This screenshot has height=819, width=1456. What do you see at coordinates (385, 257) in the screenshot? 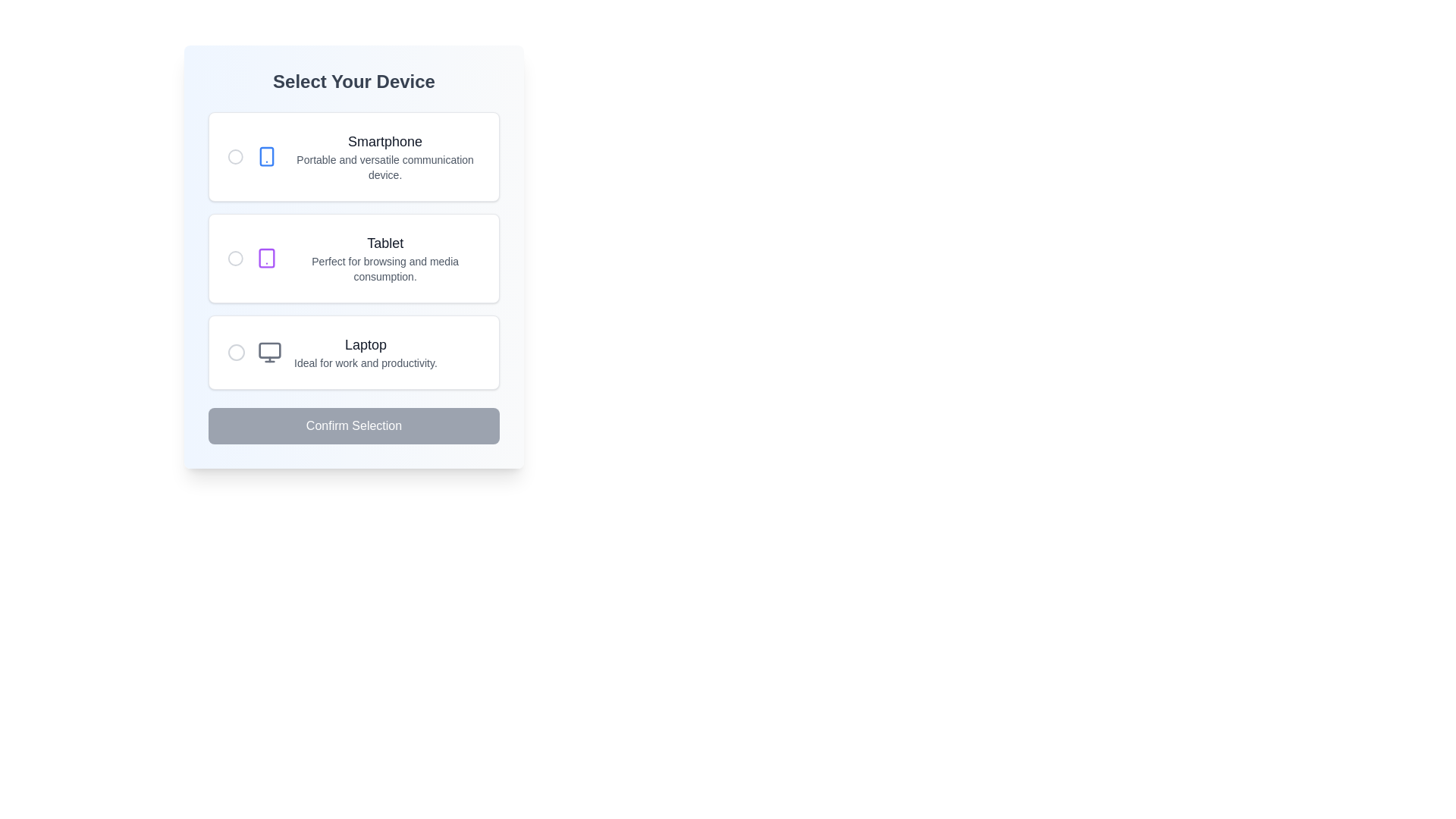
I see `the descriptive text block that labels and describes the 'Tablet' selection option` at bounding box center [385, 257].